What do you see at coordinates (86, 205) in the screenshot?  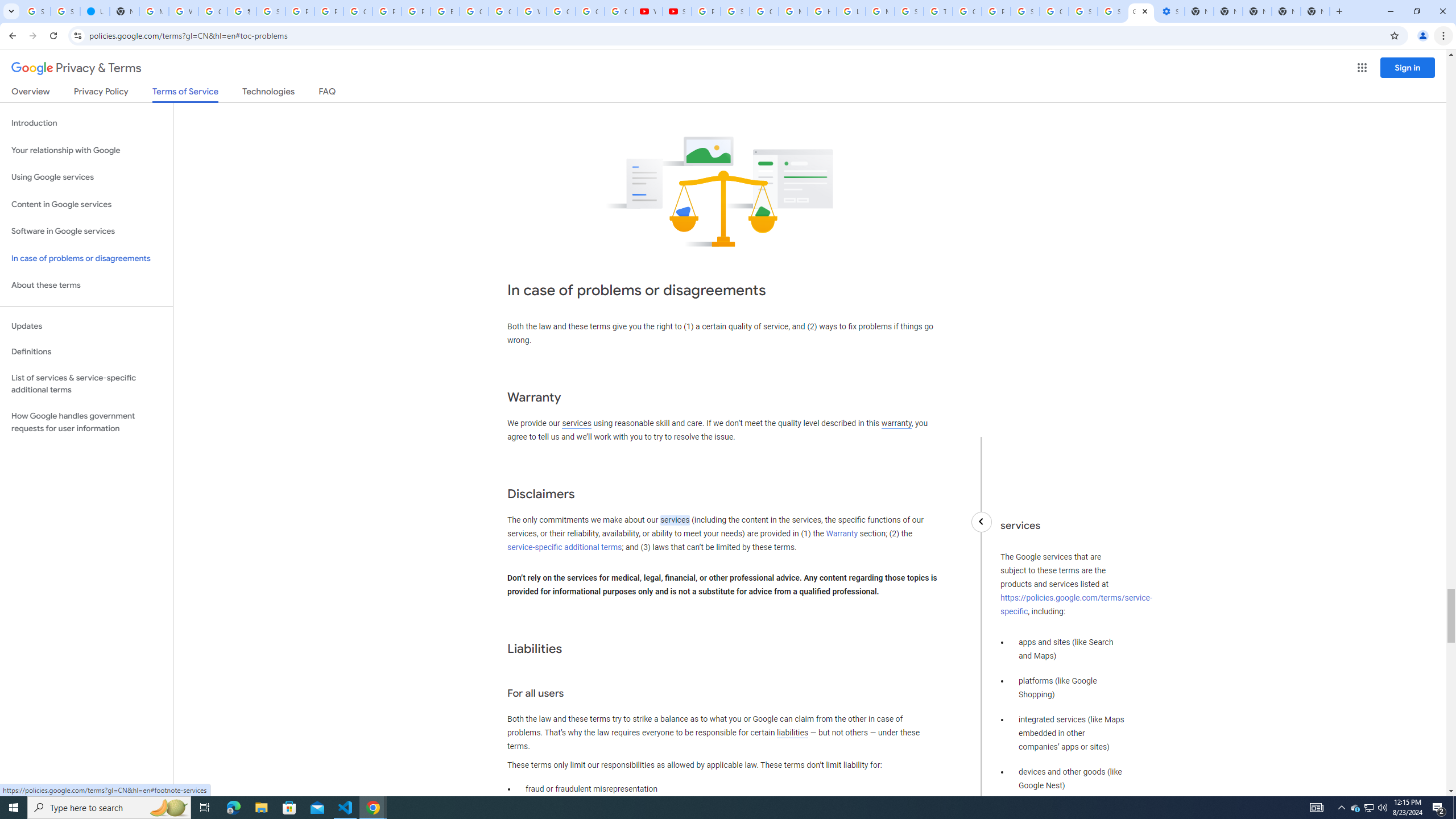 I see `'Content in Google services'` at bounding box center [86, 205].